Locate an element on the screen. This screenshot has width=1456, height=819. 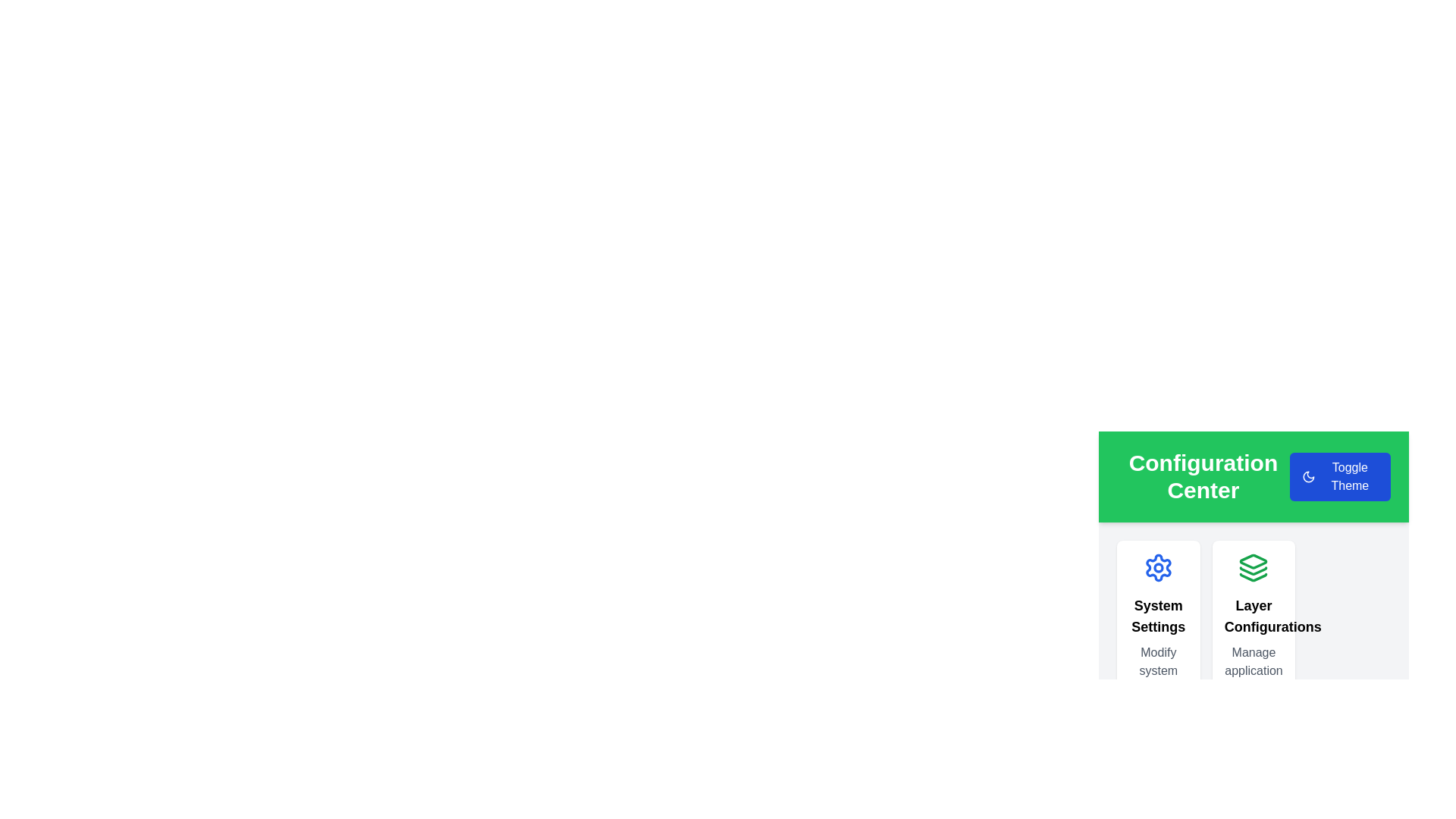
text label that says 'Manage application layers dynamically.' positioned below the heading 'Layer Configurations' in the card interface is located at coordinates (1254, 679).